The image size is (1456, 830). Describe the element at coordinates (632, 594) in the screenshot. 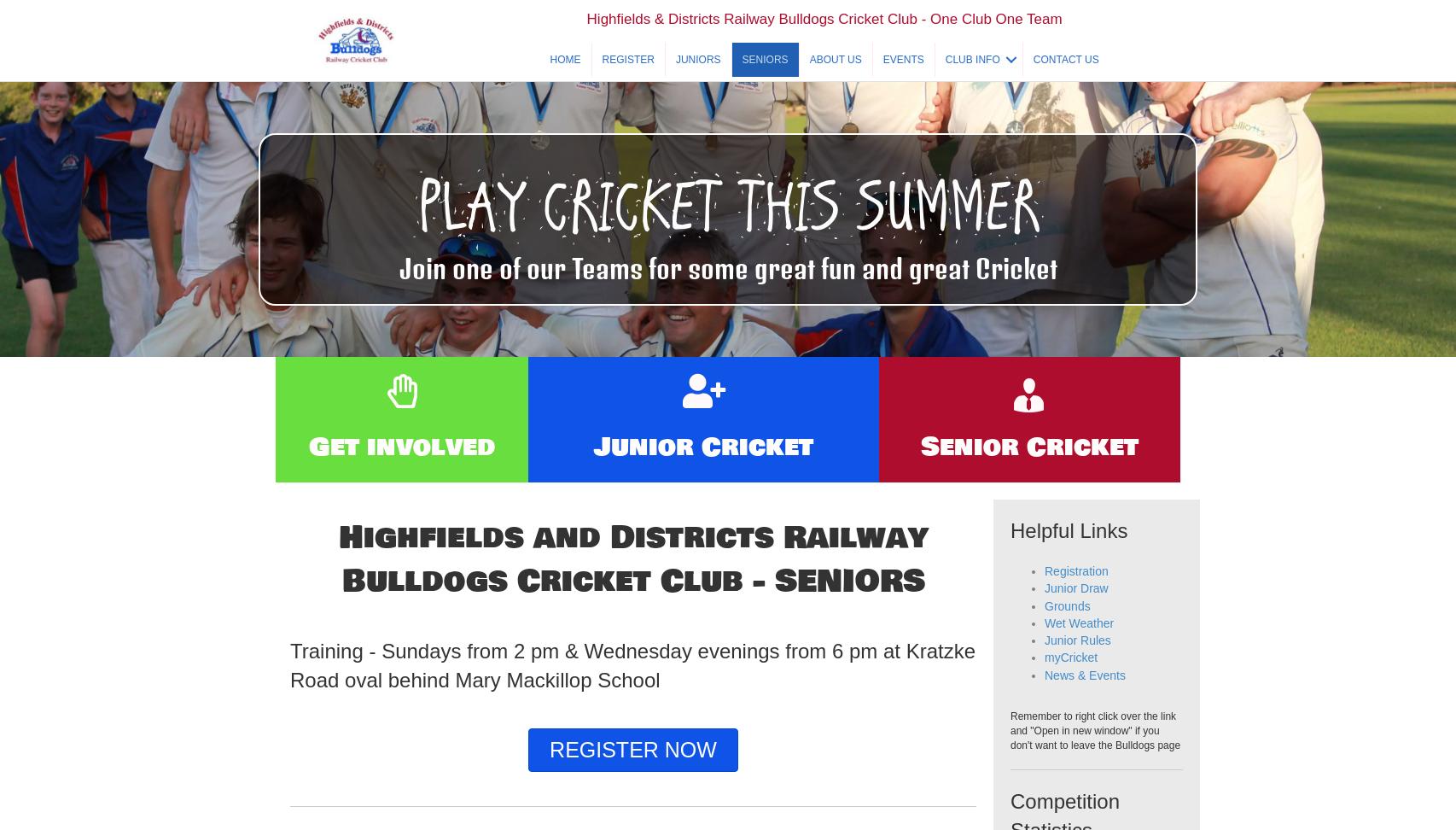

I see `'Highfields and Districts Railway Bulldogs Cricket Club - SENIORS'` at that location.